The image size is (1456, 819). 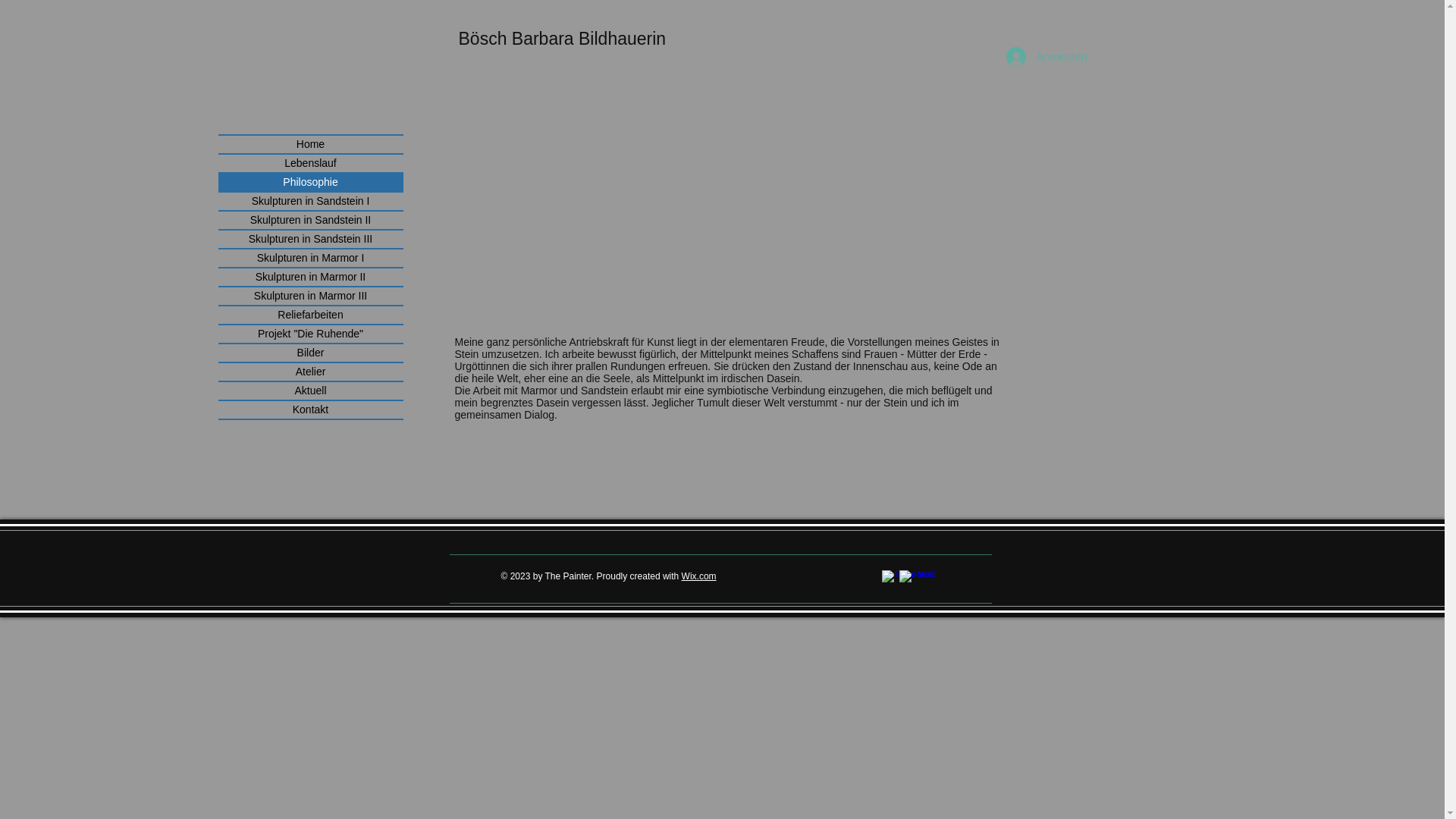 What do you see at coordinates (309, 163) in the screenshot?
I see `'Lebenslauf'` at bounding box center [309, 163].